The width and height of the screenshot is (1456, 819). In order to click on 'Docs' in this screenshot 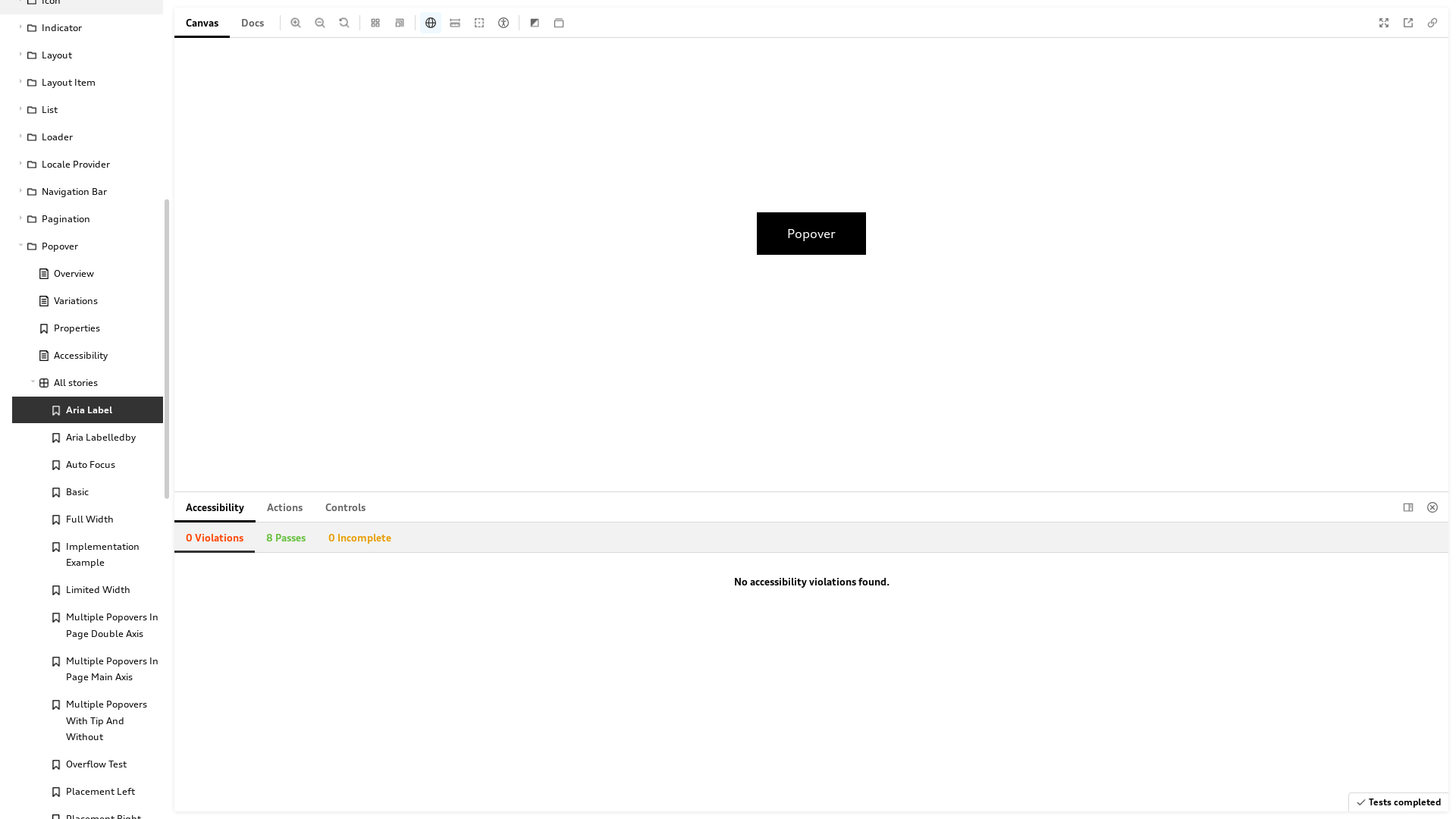, I will do `click(252, 23)`.